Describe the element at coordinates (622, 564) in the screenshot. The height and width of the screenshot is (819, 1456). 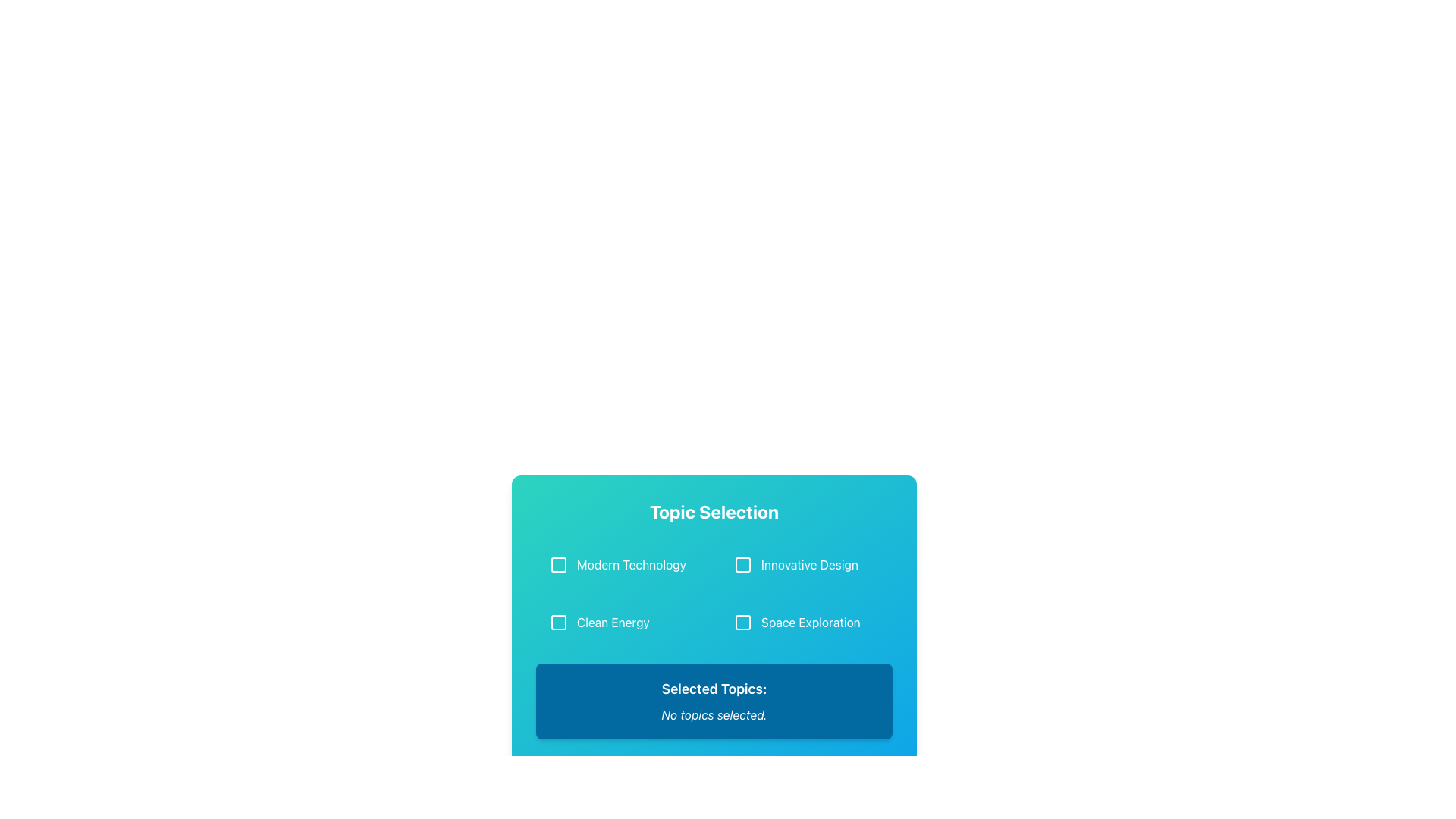
I see `the checkbox labeled 'Modern Technology'` at that location.